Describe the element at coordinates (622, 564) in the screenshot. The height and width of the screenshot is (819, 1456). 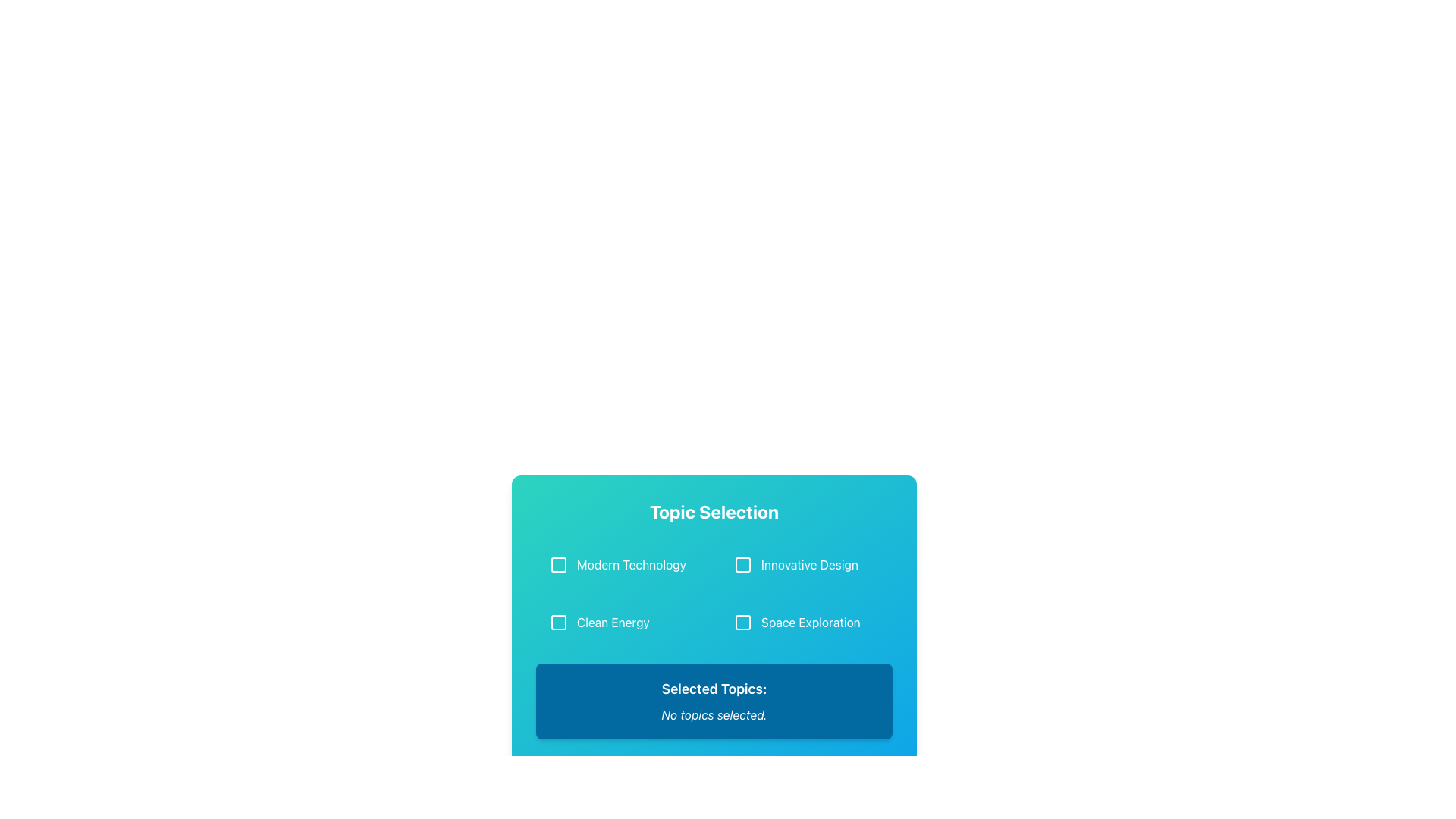
I see `the checkbox labeled 'Modern Technology'` at that location.